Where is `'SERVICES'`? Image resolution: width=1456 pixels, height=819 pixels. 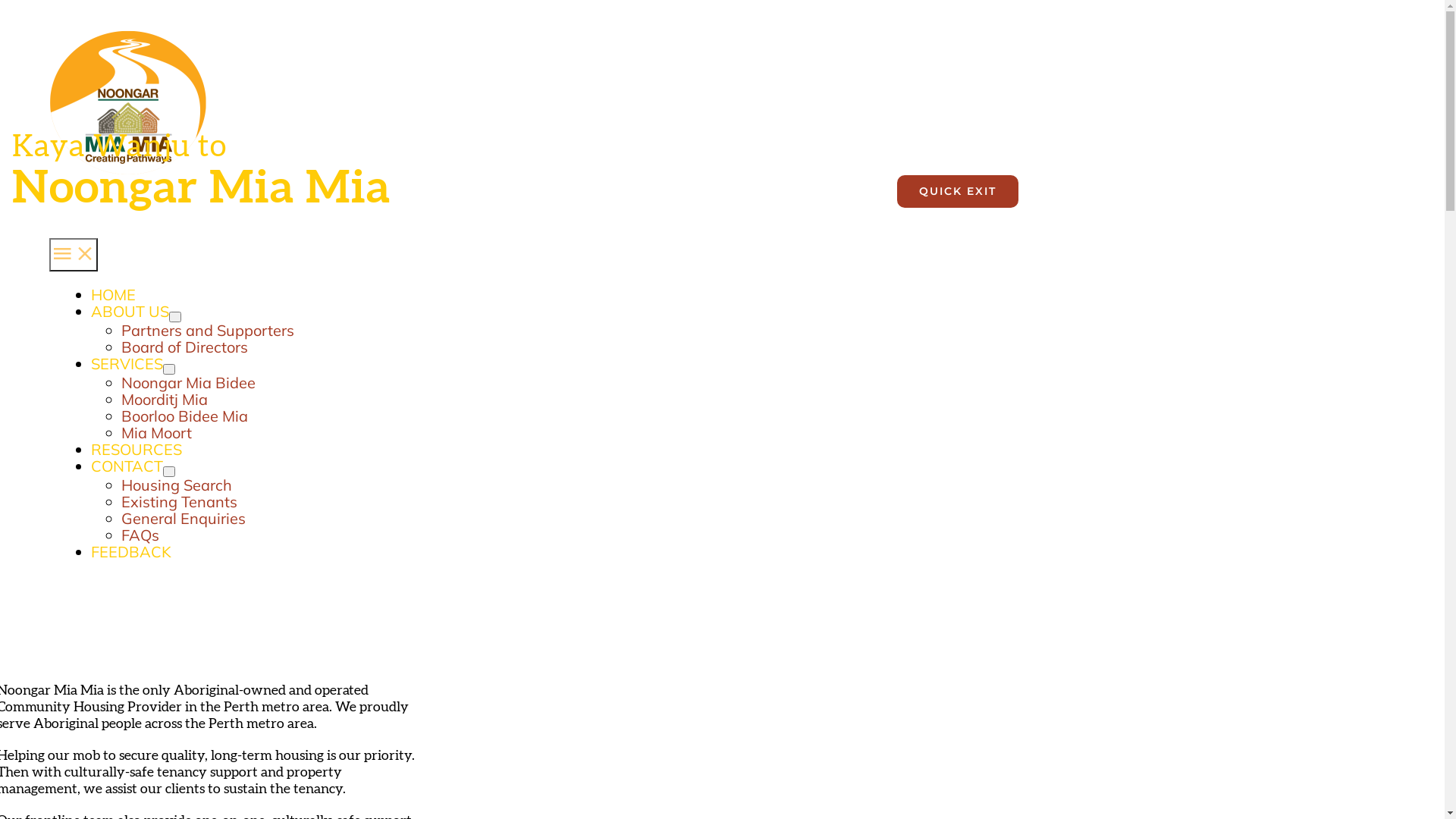
'SERVICES' is located at coordinates (127, 363).